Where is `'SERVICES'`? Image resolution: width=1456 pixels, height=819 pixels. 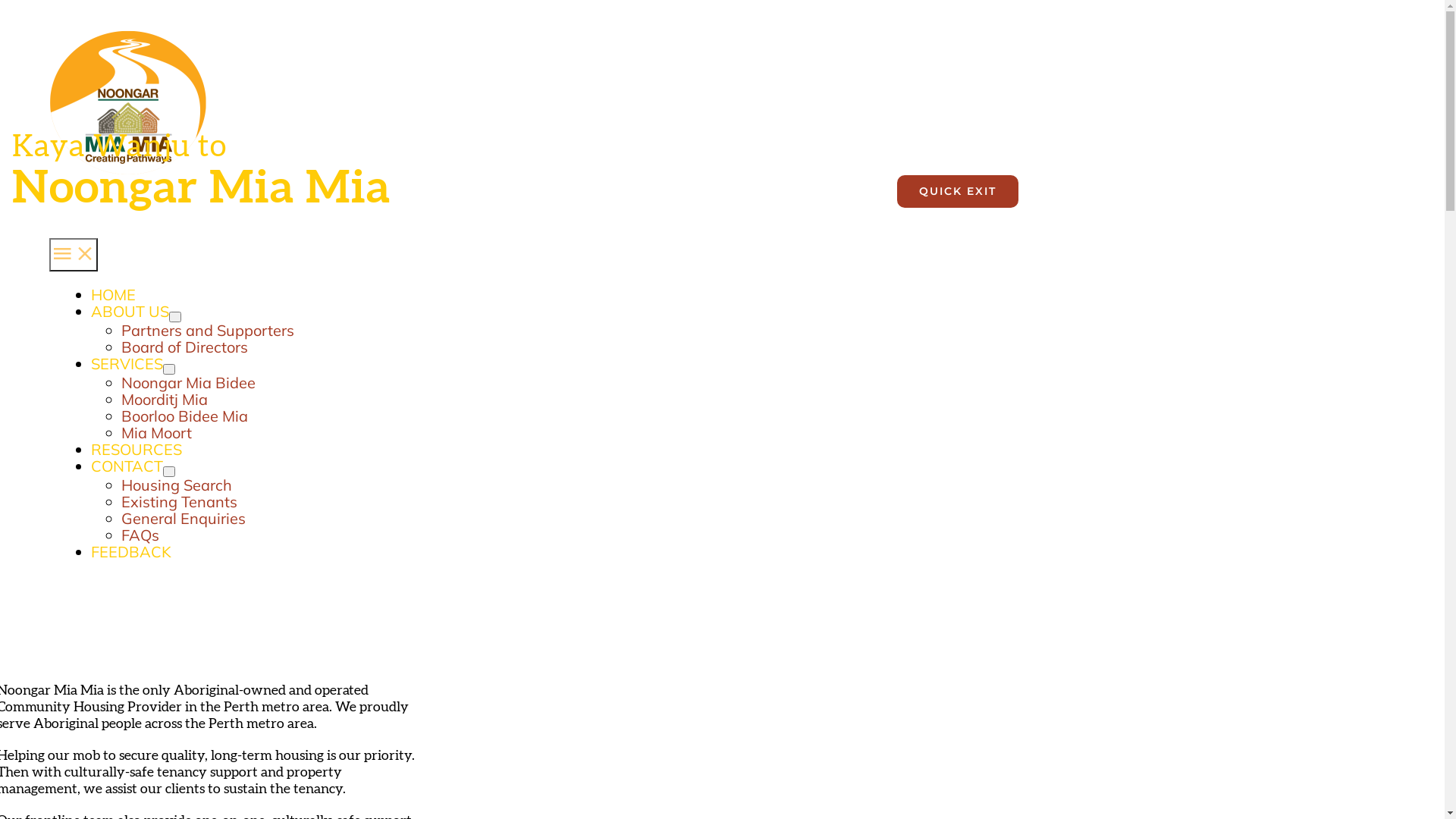
'SERVICES' is located at coordinates (127, 363).